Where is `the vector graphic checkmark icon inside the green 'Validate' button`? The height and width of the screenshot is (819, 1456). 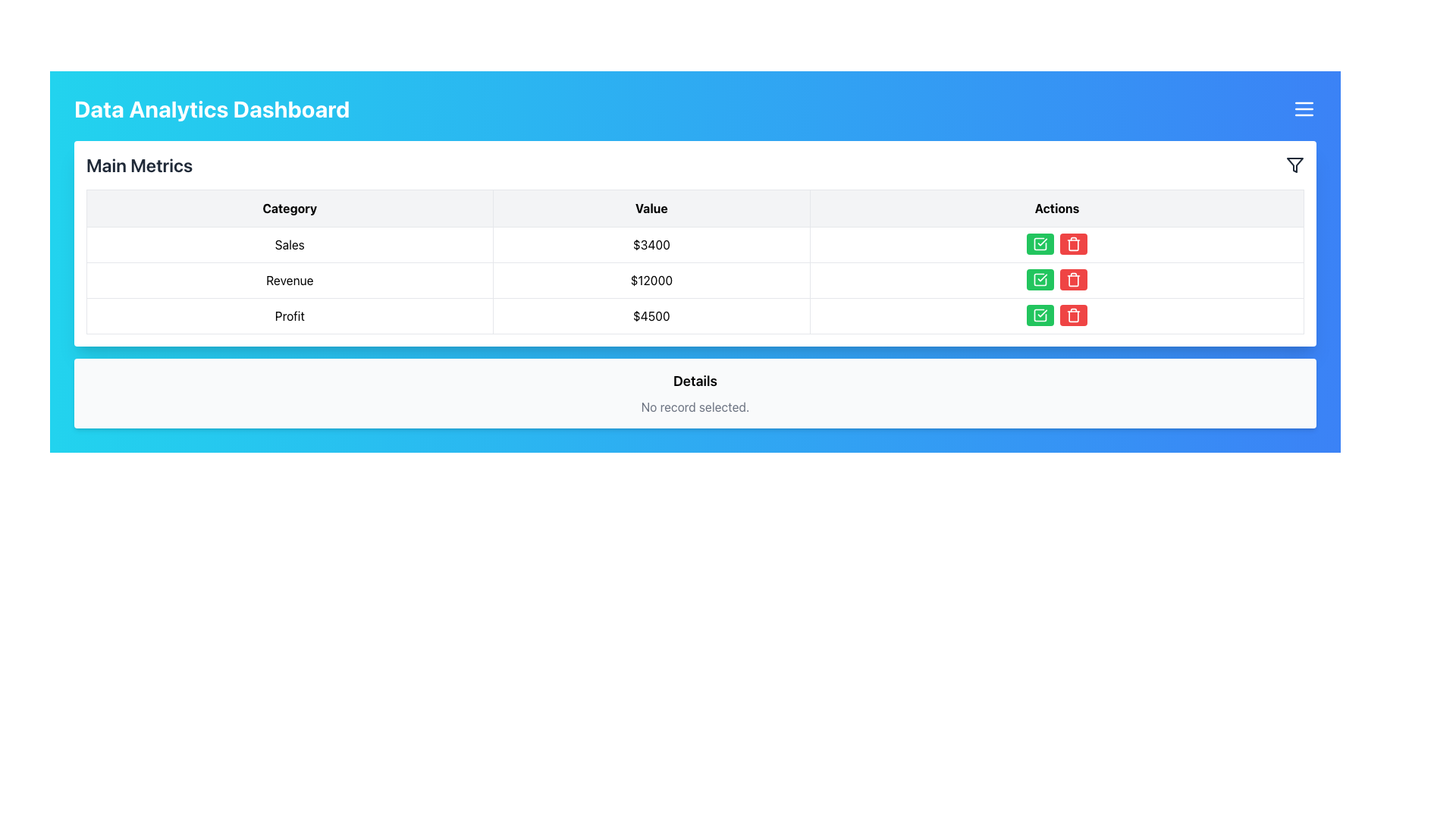 the vector graphic checkmark icon inside the green 'Validate' button is located at coordinates (1040, 280).